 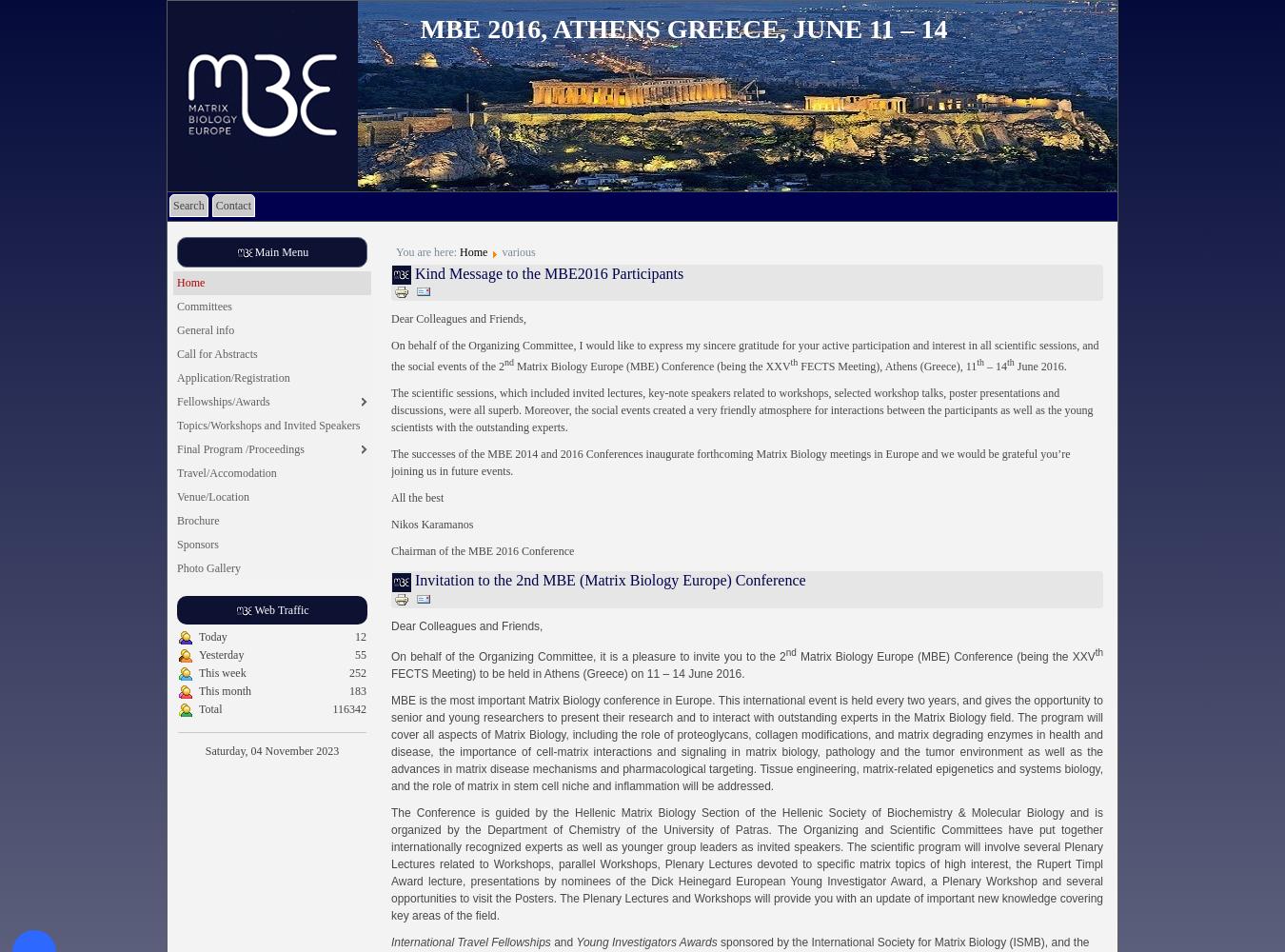 I want to click on 'Call for Abstracts', so click(x=216, y=353).